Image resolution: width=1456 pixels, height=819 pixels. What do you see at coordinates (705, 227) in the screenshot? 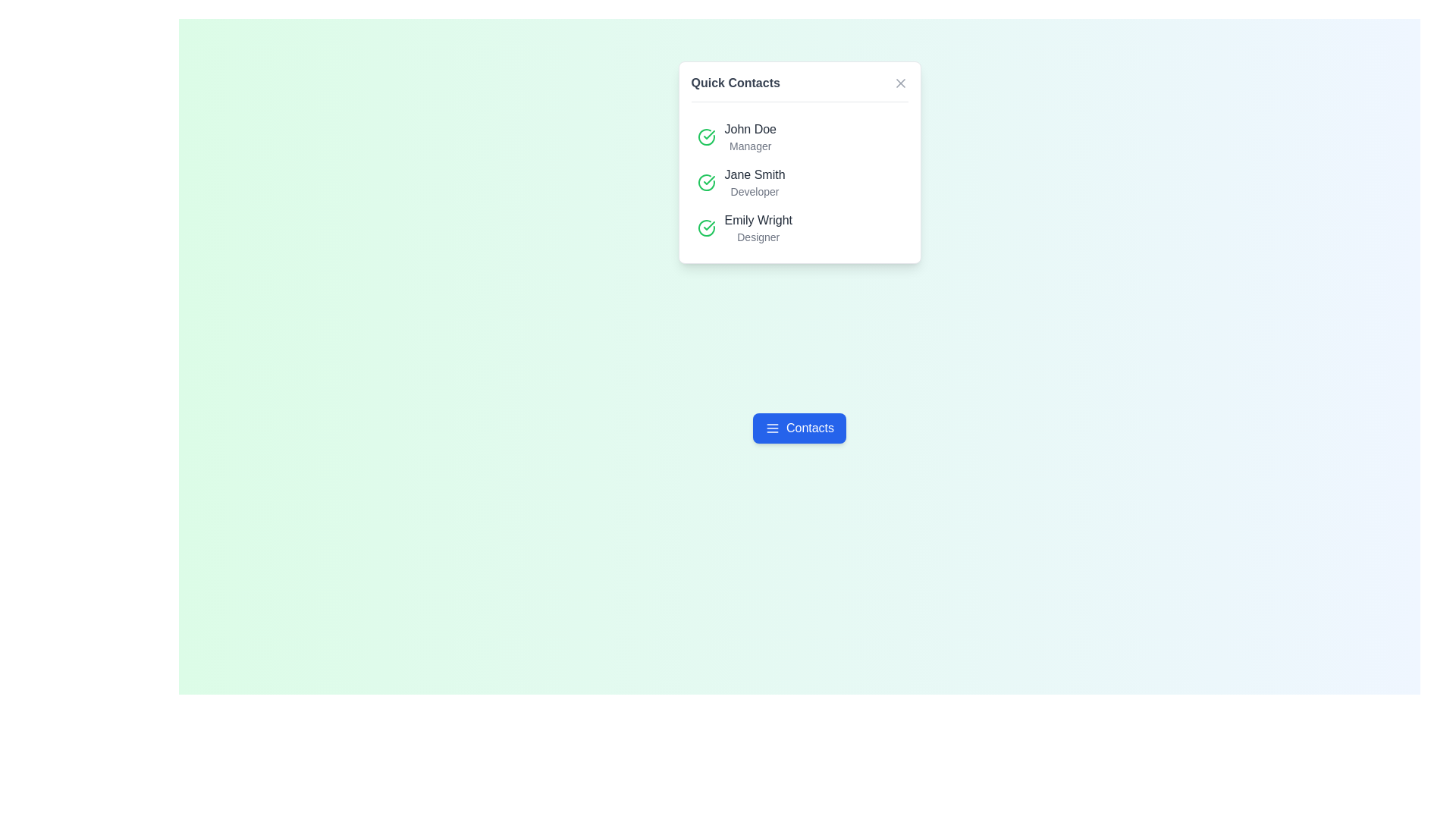
I see `the green circular icon with a checkmark representing the validation status of the contact 'John Doe' in the 'Quick Contacts' pop-up card` at bounding box center [705, 227].